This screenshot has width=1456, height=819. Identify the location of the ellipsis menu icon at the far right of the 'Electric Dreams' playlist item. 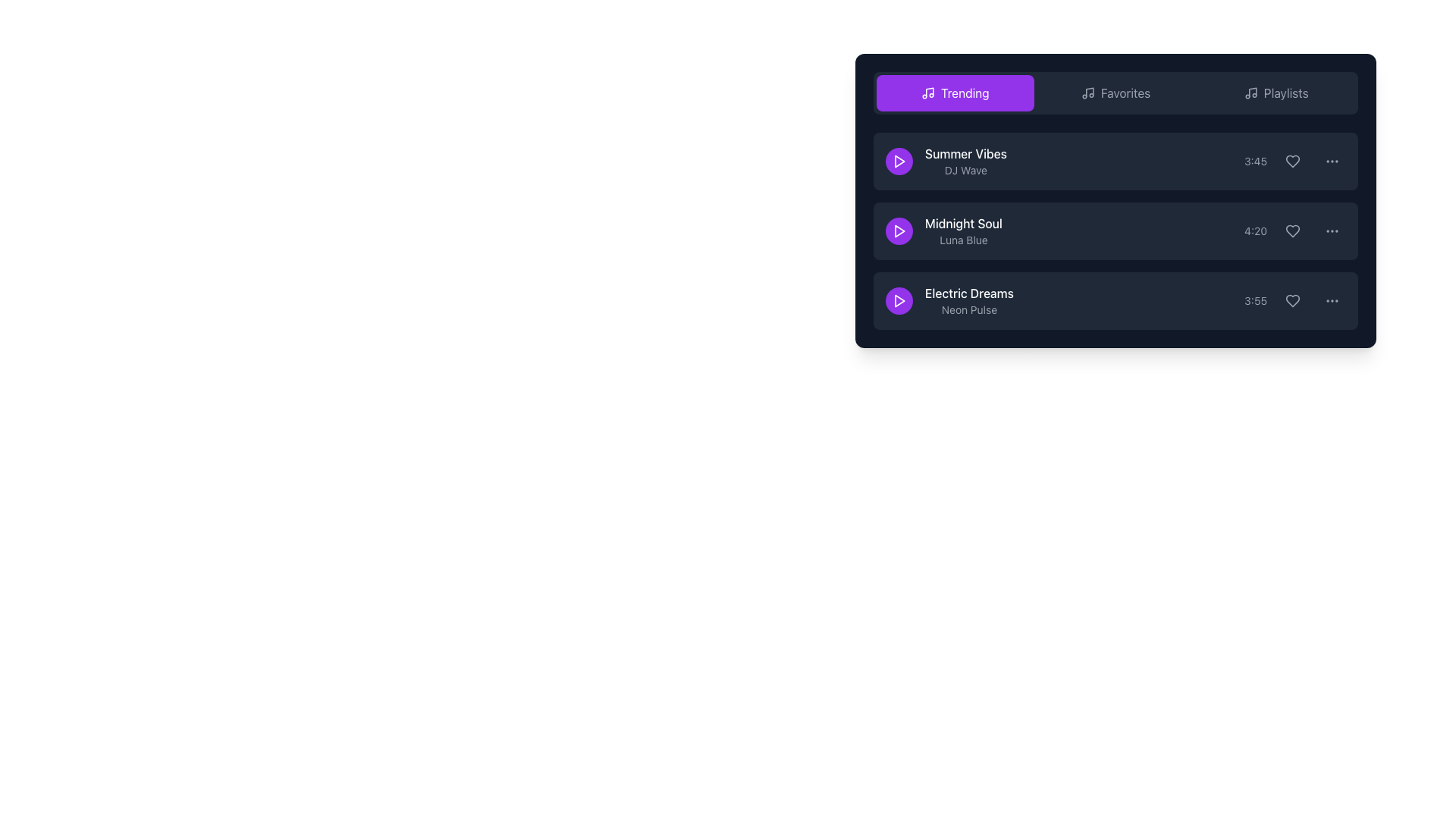
(1331, 301).